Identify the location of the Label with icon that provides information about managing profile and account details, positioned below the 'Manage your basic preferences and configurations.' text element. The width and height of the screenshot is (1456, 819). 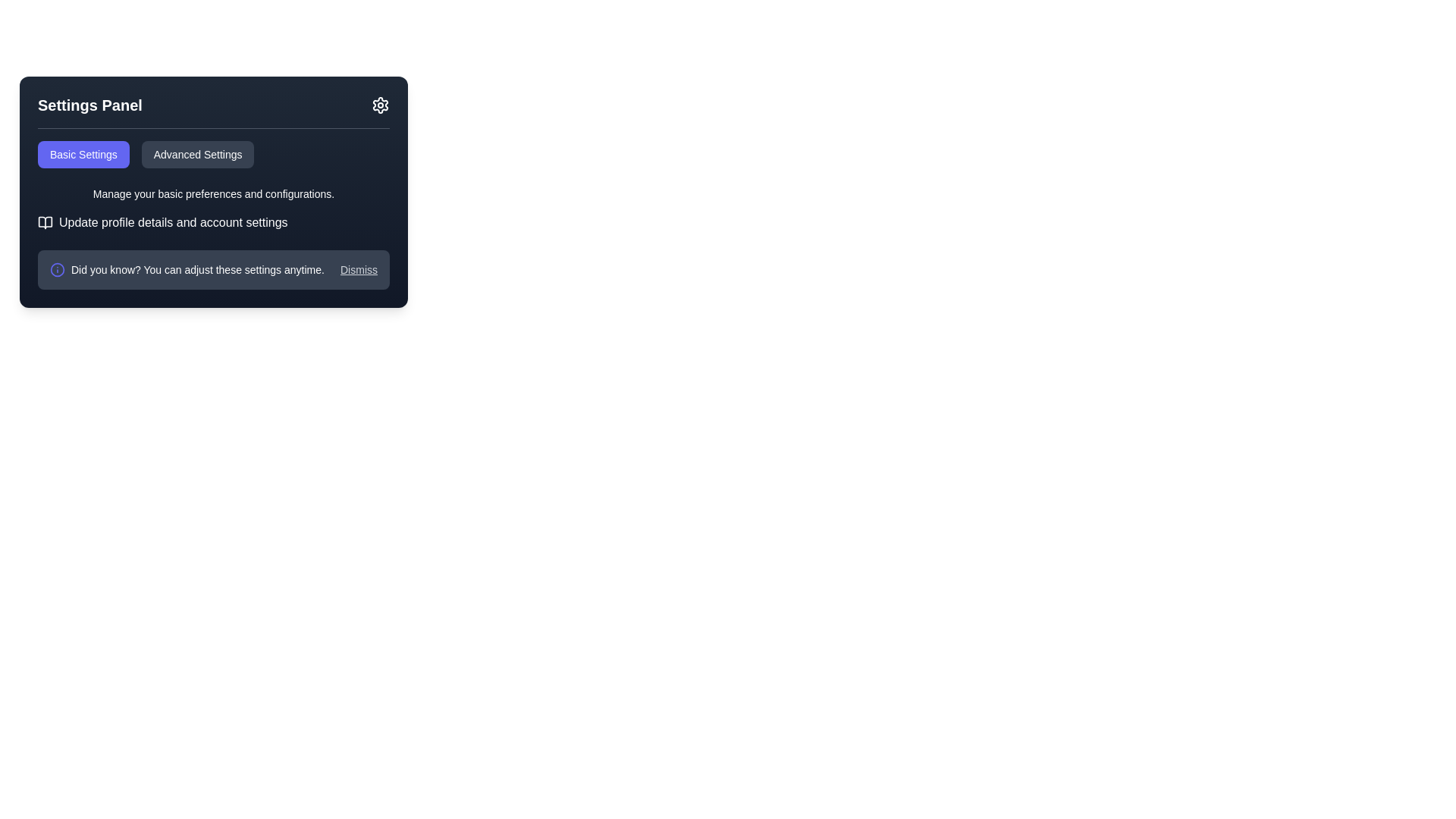
(213, 222).